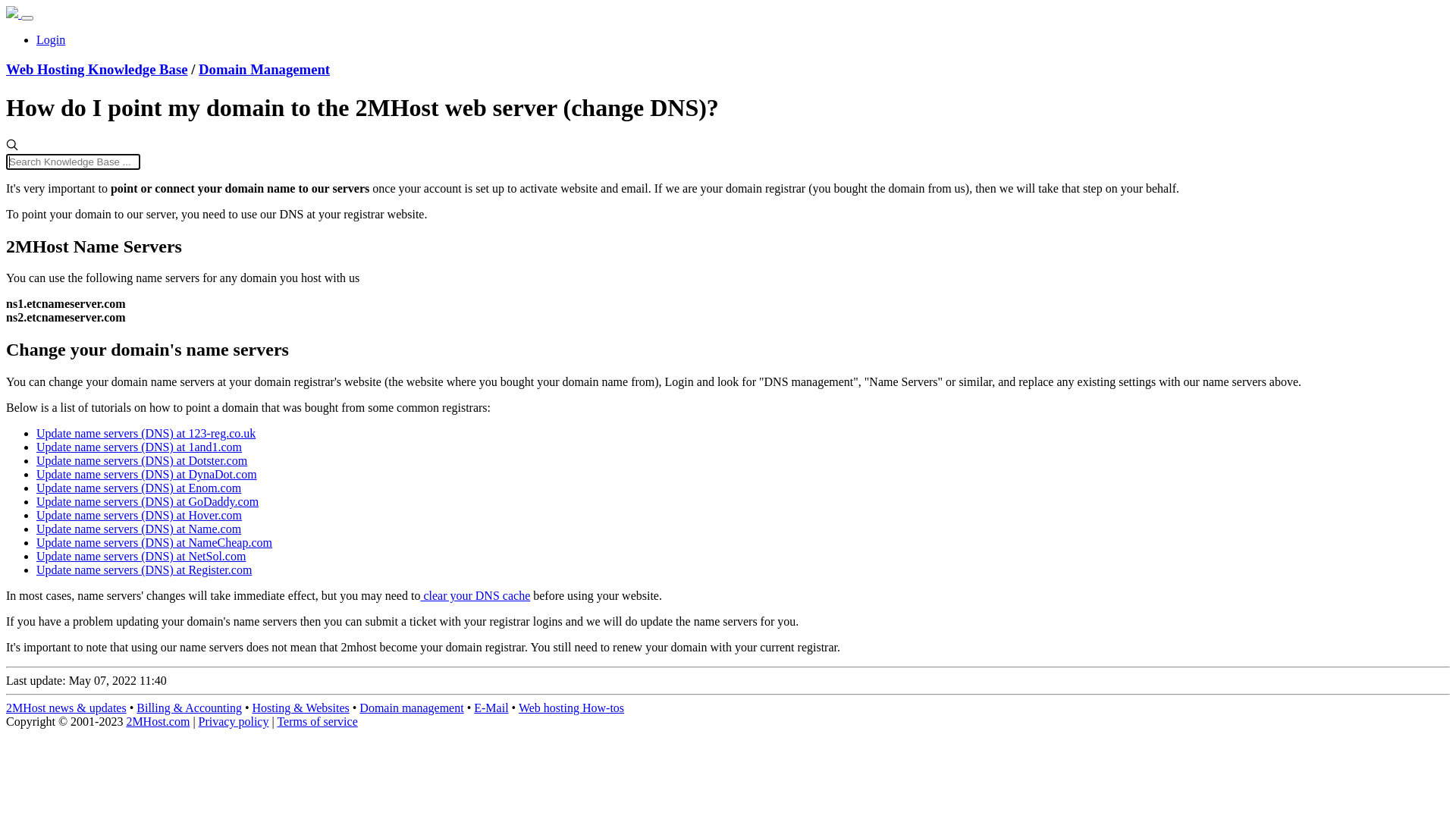 The height and width of the screenshot is (819, 1456). What do you see at coordinates (126, 720) in the screenshot?
I see `'2MHost.com'` at bounding box center [126, 720].